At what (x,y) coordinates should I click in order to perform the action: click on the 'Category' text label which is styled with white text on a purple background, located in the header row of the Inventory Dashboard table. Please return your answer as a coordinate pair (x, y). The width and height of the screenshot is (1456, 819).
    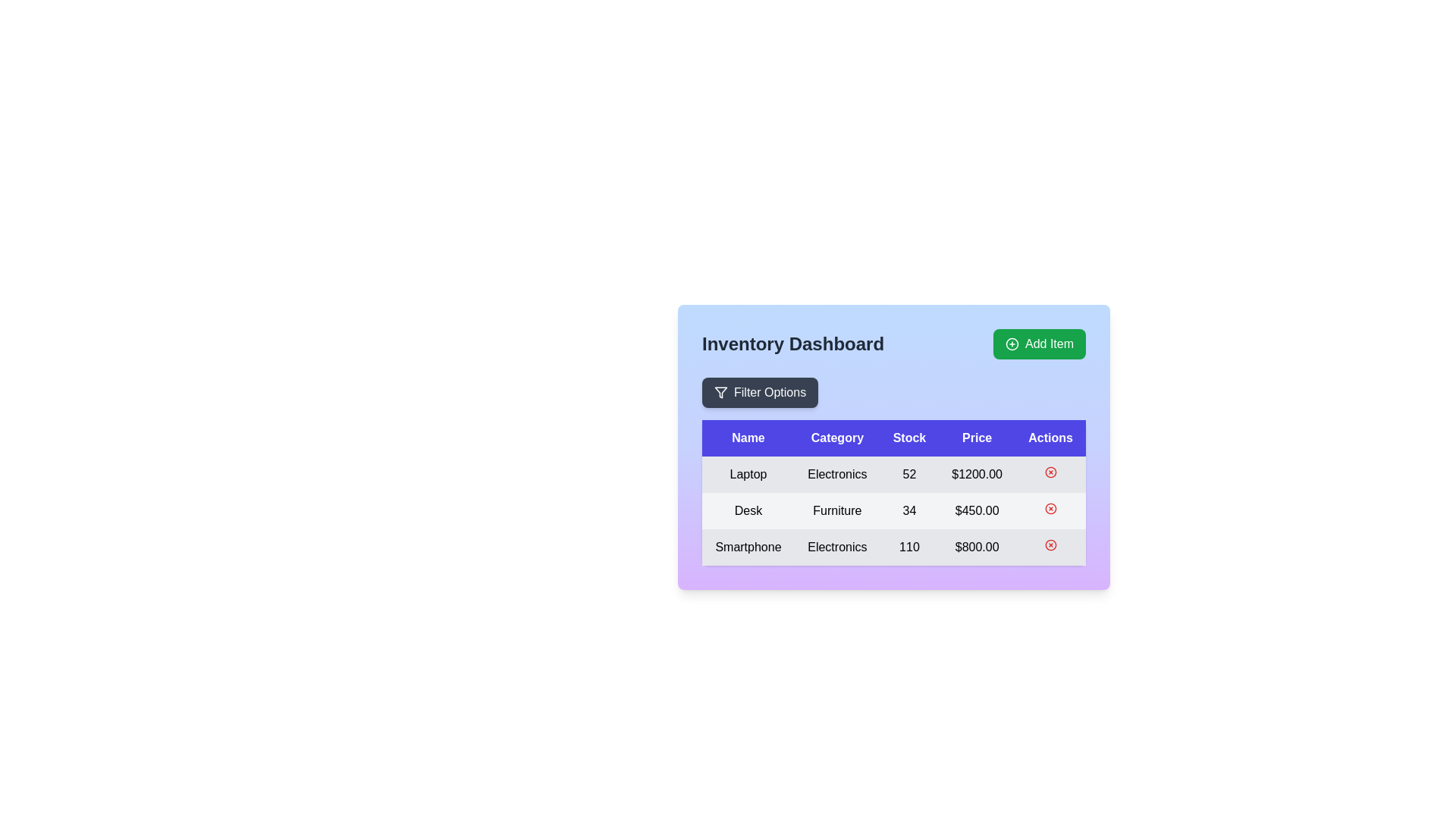
    Looking at the image, I should click on (836, 438).